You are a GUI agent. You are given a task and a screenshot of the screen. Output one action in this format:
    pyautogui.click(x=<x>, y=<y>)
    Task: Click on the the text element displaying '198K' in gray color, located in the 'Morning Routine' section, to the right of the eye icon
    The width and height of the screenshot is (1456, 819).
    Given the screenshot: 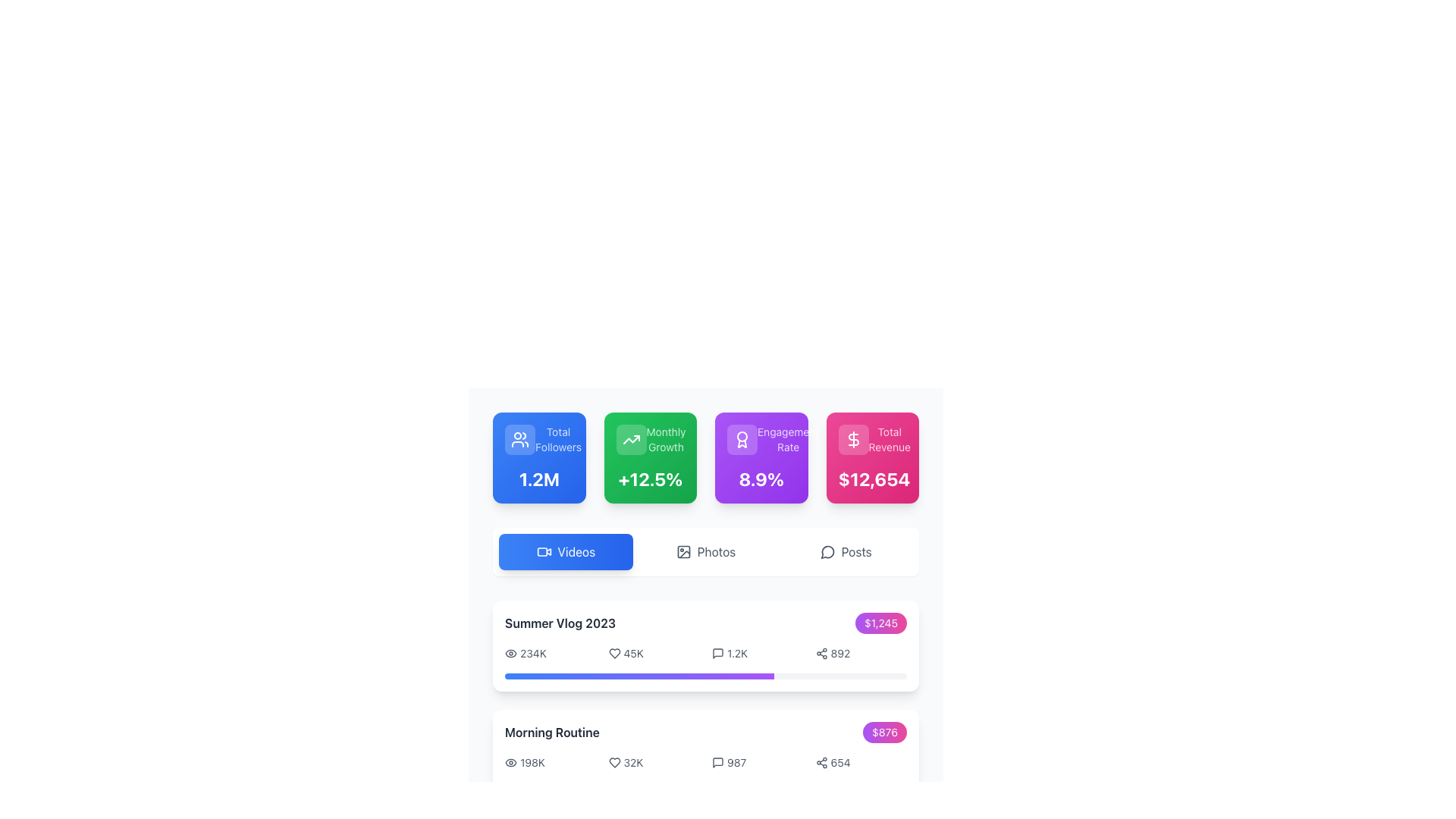 What is the action you would take?
    pyautogui.click(x=532, y=763)
    